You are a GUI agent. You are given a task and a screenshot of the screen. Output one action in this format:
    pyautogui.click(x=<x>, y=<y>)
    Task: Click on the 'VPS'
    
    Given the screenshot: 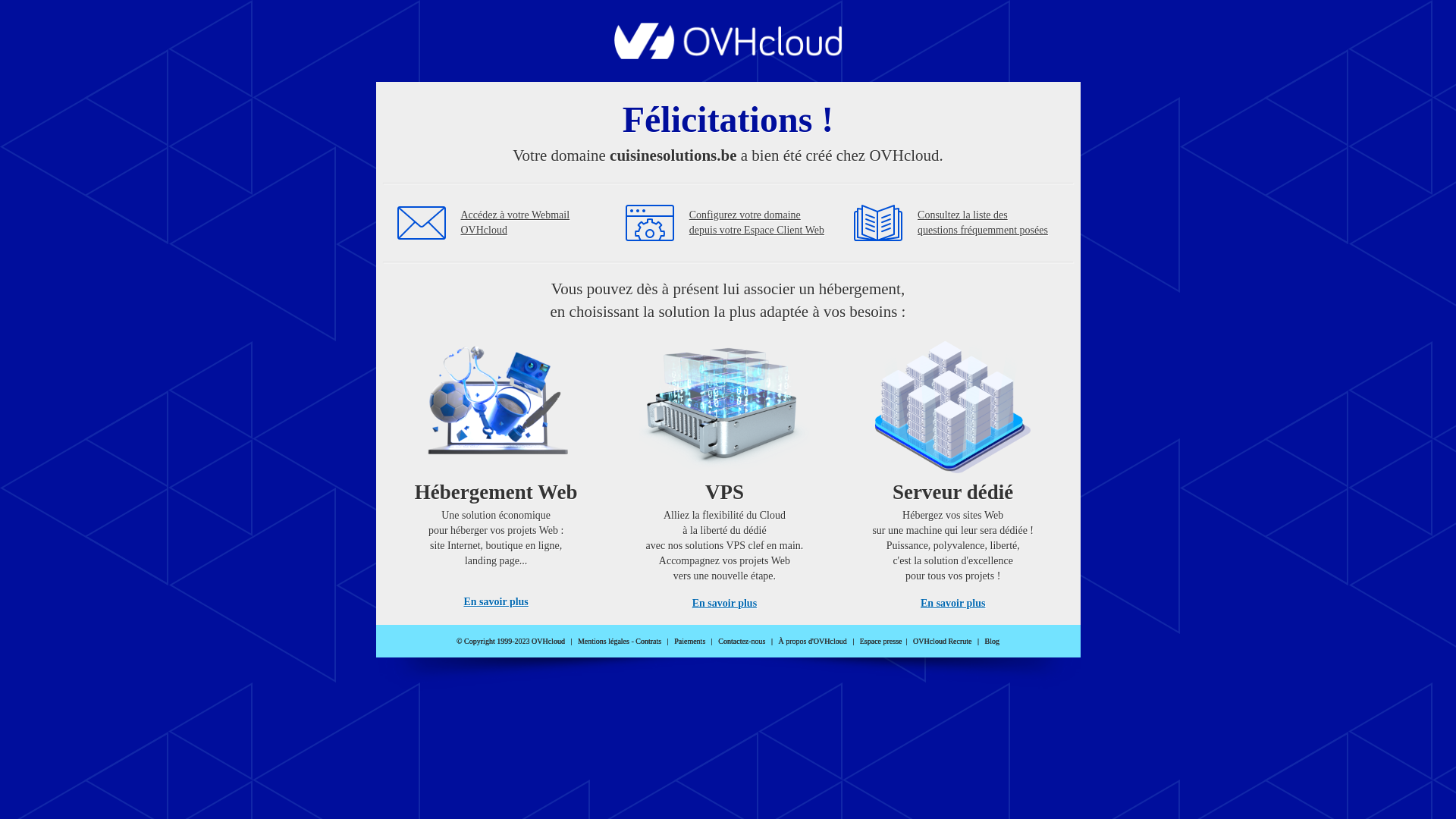 What is the action you would take?
    pyautogui.click(x=723, y=469)
    